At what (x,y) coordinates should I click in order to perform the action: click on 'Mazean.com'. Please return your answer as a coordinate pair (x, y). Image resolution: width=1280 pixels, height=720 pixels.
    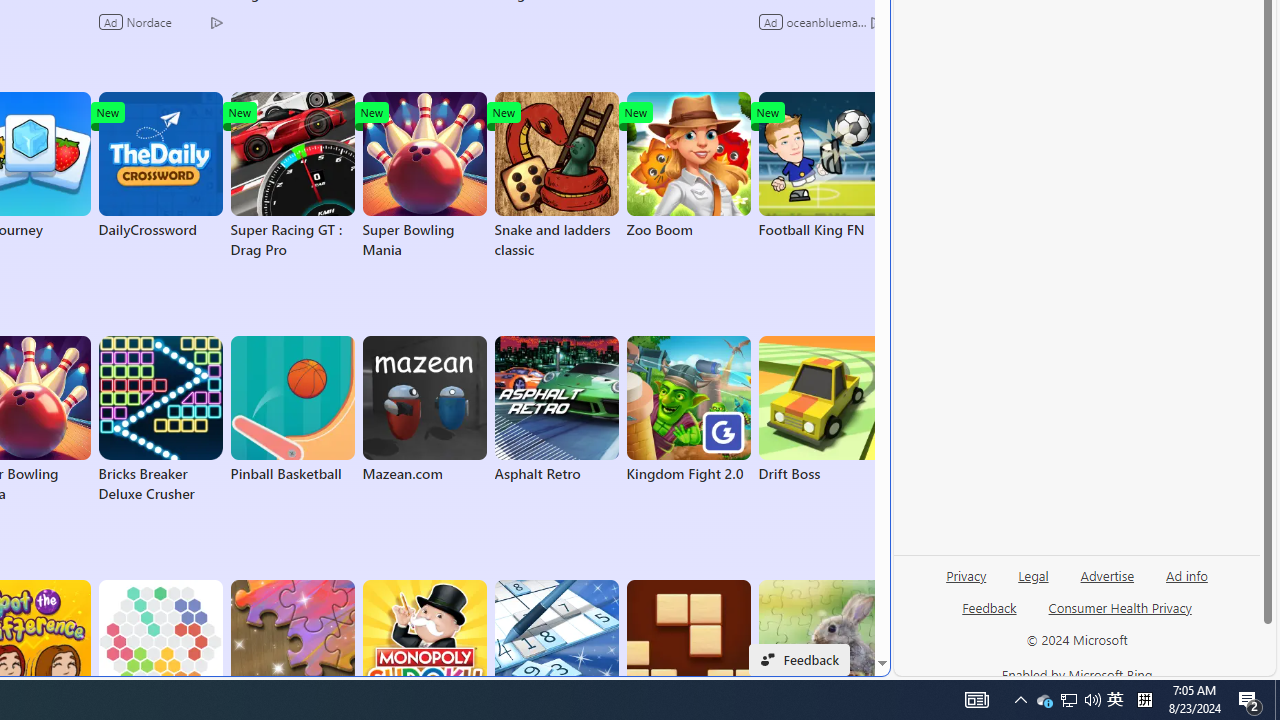
    Looking at the image, I should click on (423, 409).